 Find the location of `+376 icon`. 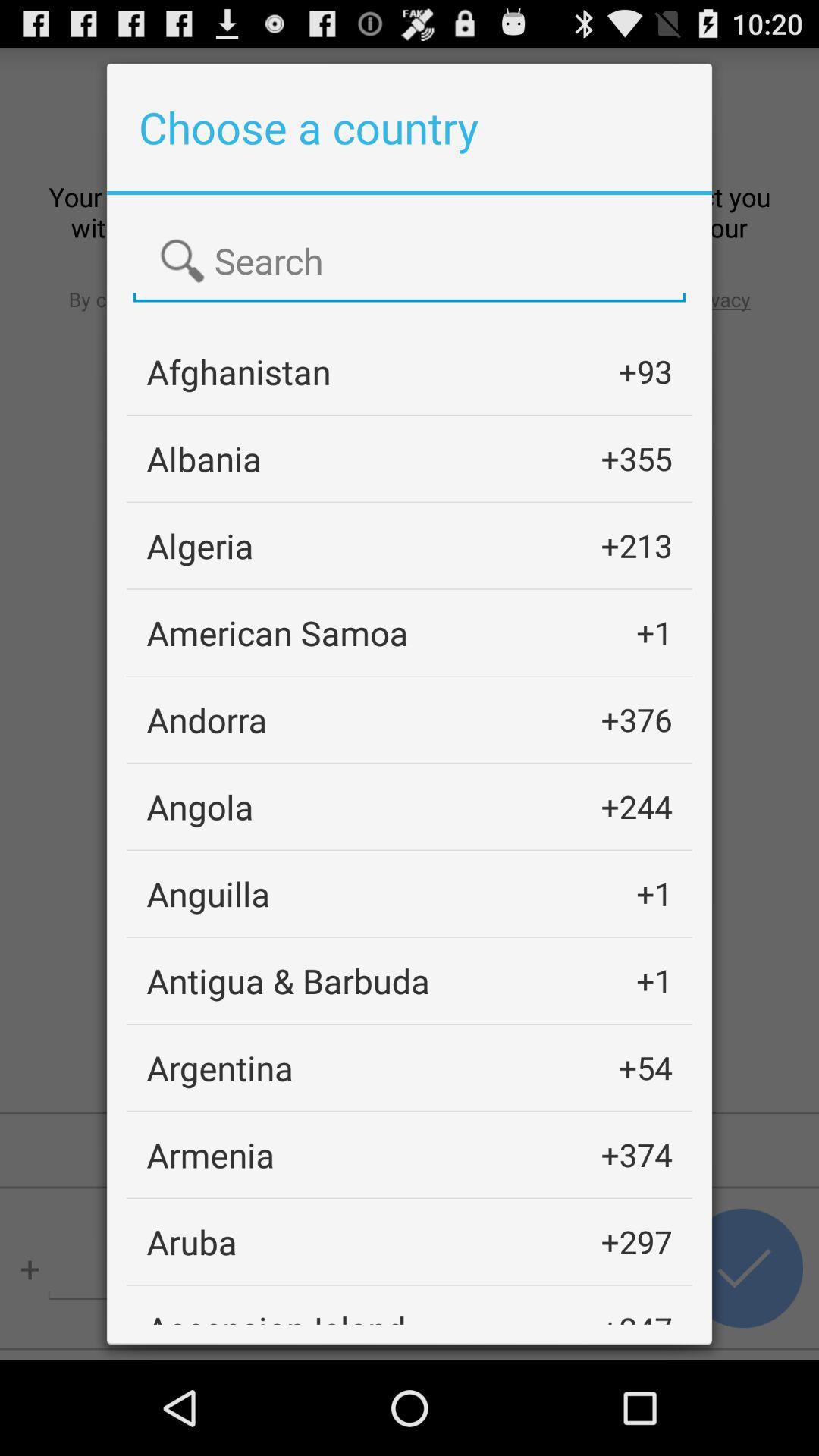

+376 icon is located at coordinates (636, 719).